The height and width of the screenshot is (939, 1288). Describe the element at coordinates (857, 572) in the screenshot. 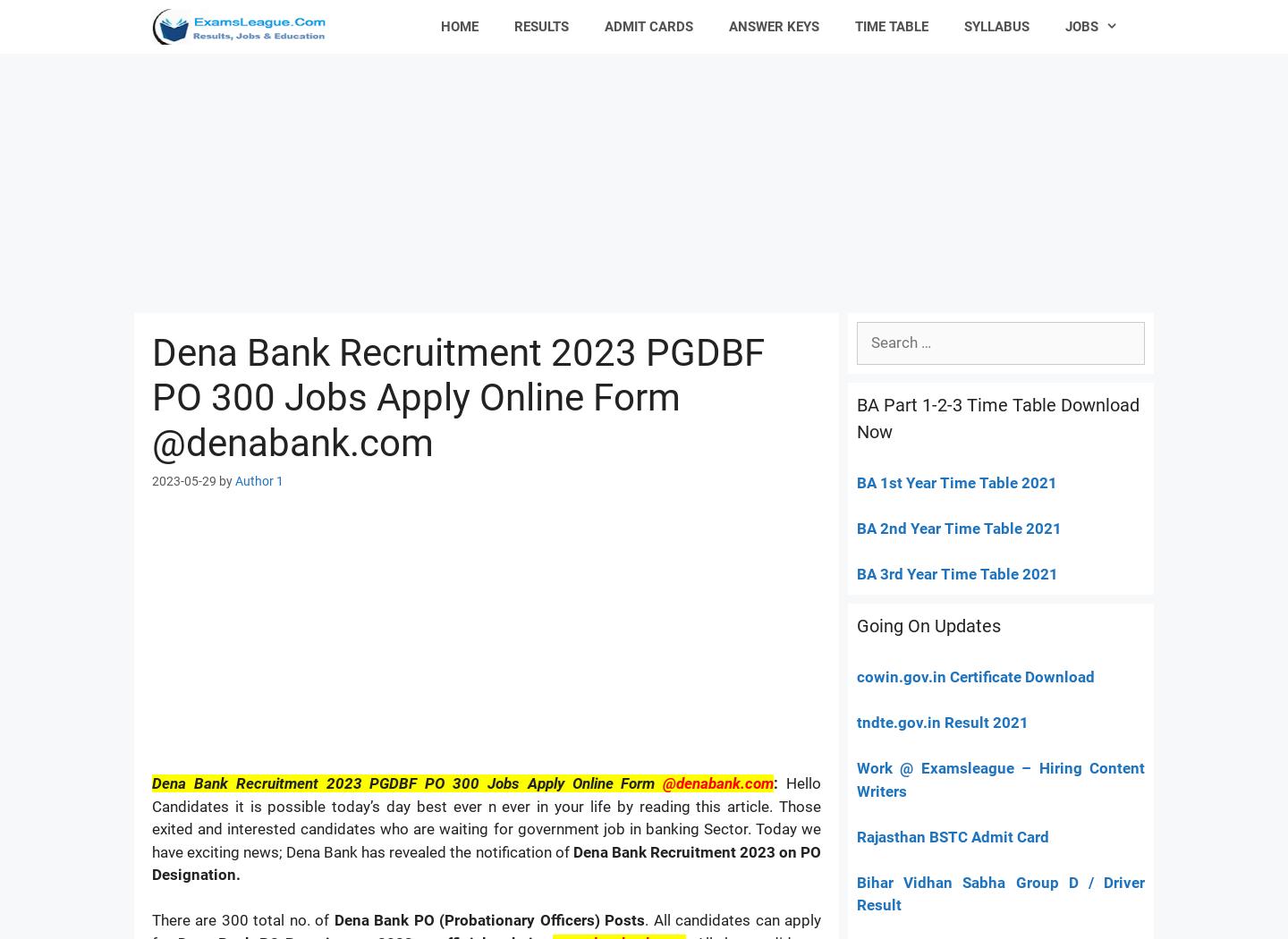

I see `'BA 3rd Year Time Table 2021'` at that location.